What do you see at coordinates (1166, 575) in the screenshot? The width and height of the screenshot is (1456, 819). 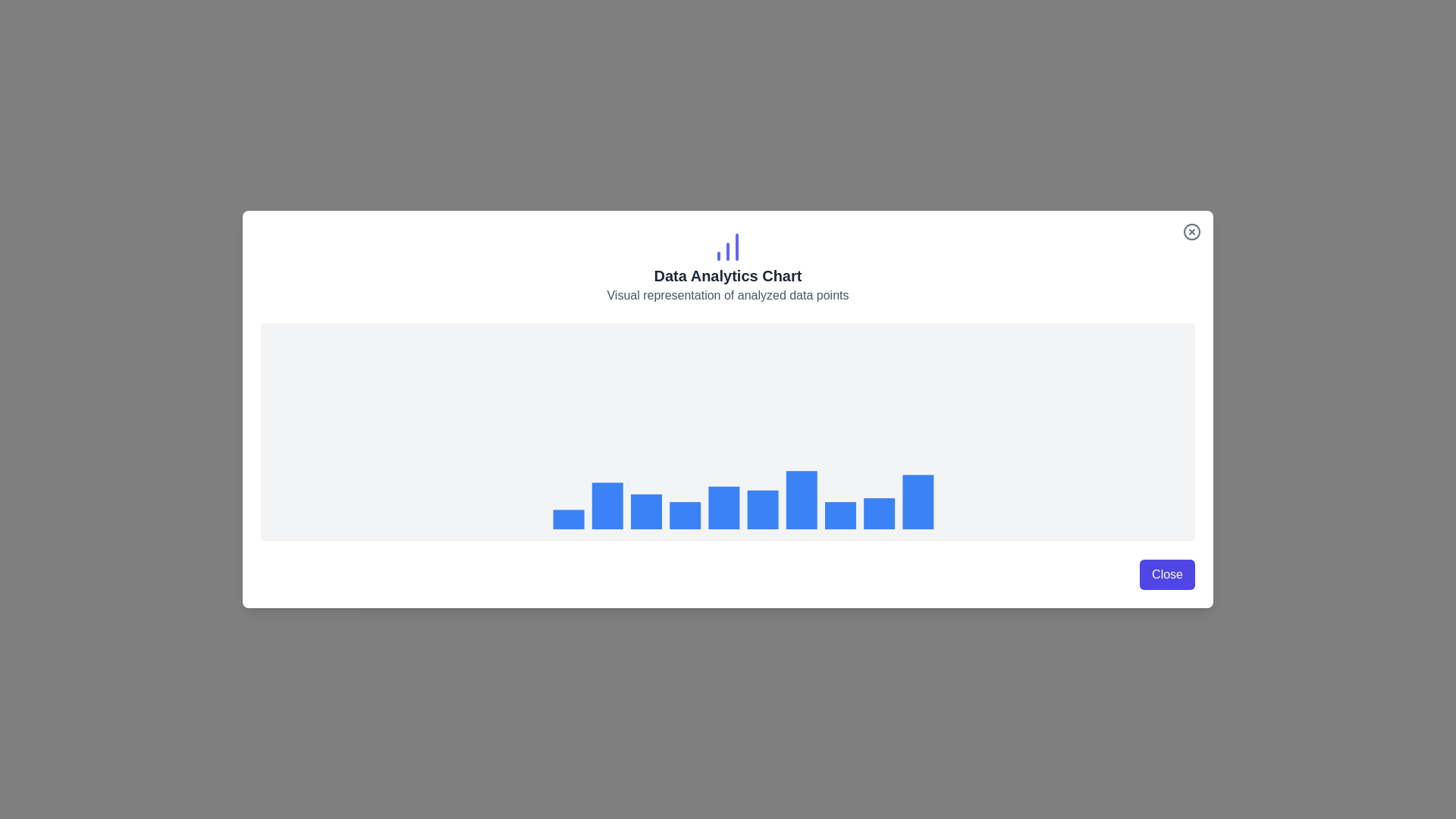 I see `the 'Close' button at the bottom of the dialog to close it` at bounding box center [1166, 575].